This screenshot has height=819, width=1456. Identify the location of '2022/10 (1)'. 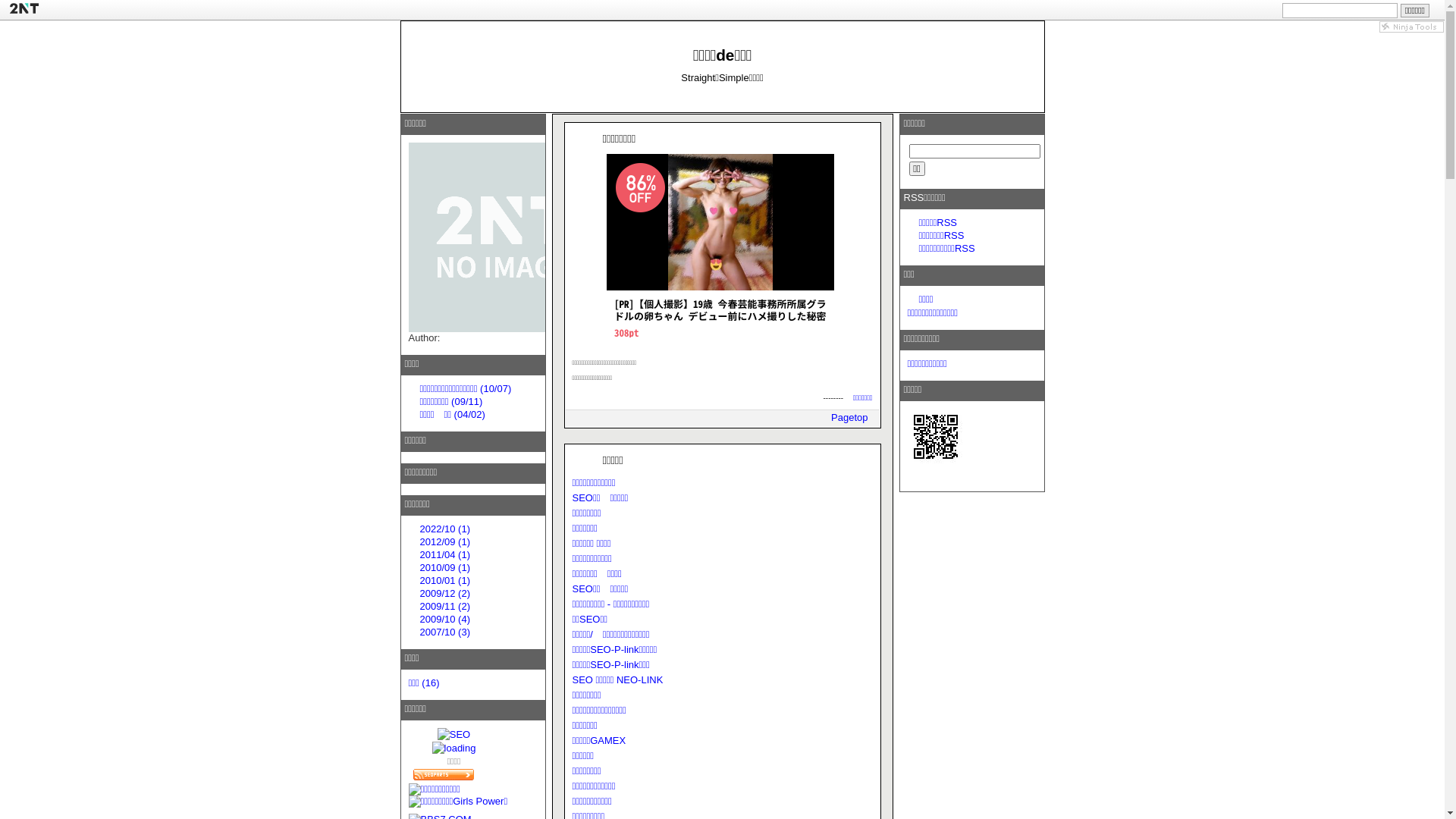
(444, 528).